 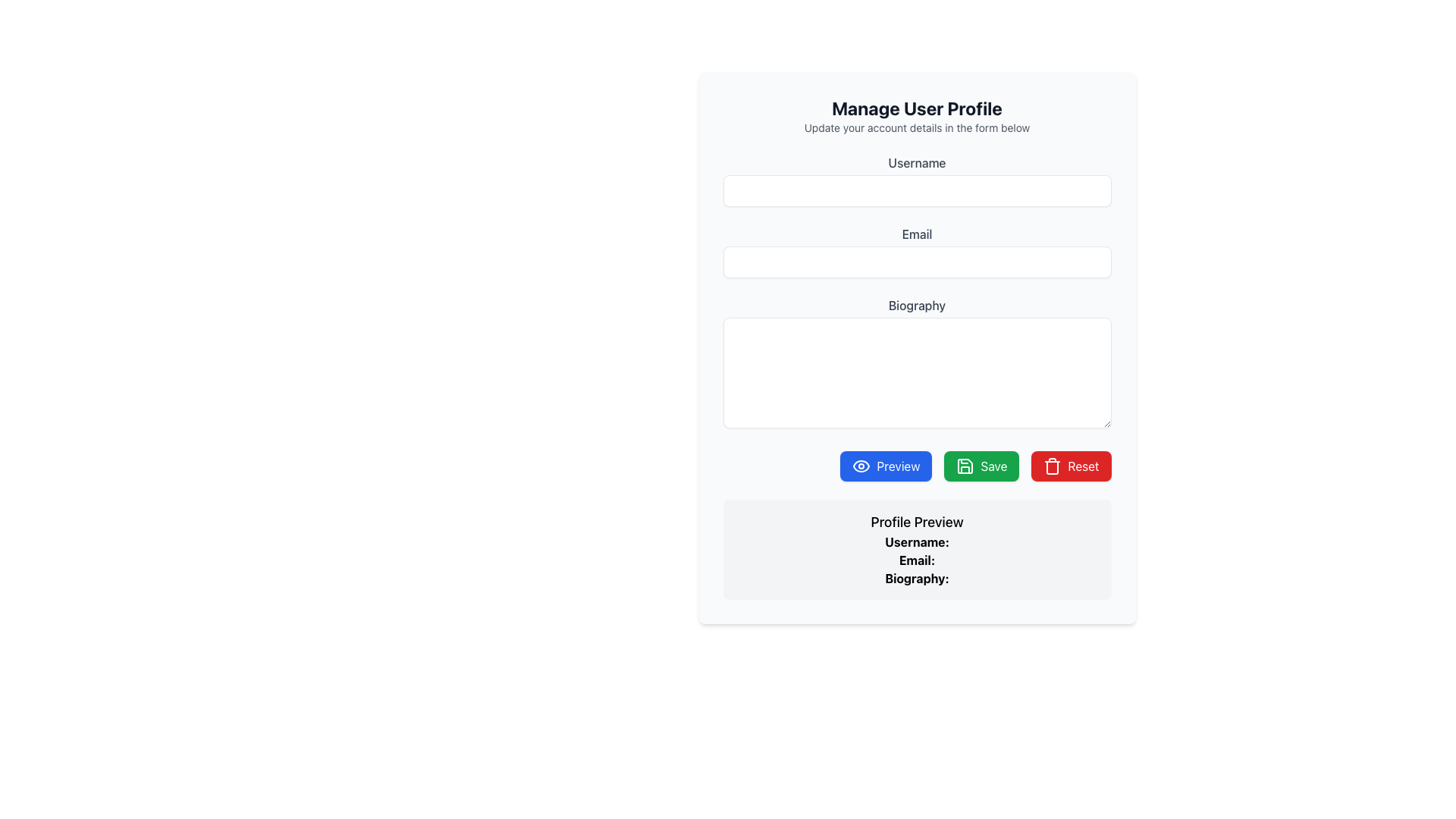 I want to click on the green 'Save' button with white text and a save icon, positioned between the blue 'Preview' button and the red 'Reset' button, so click(x=981, y=465).